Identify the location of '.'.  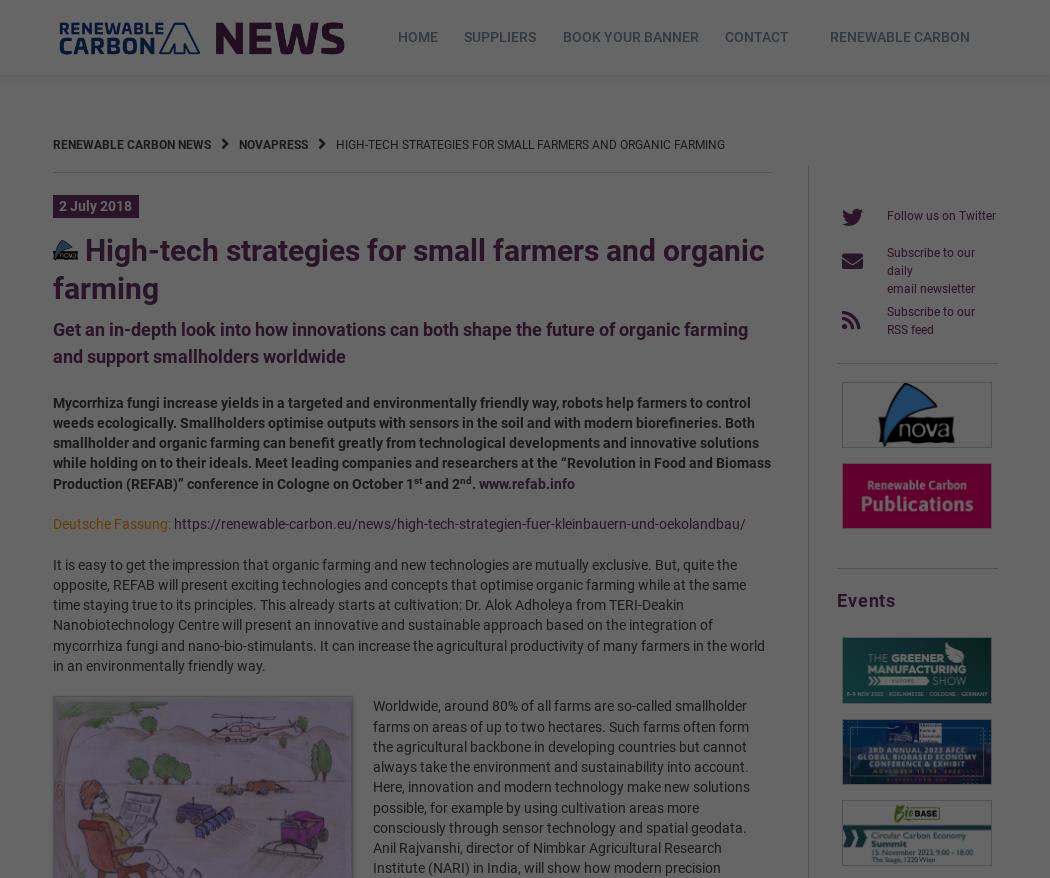
(474, 481).